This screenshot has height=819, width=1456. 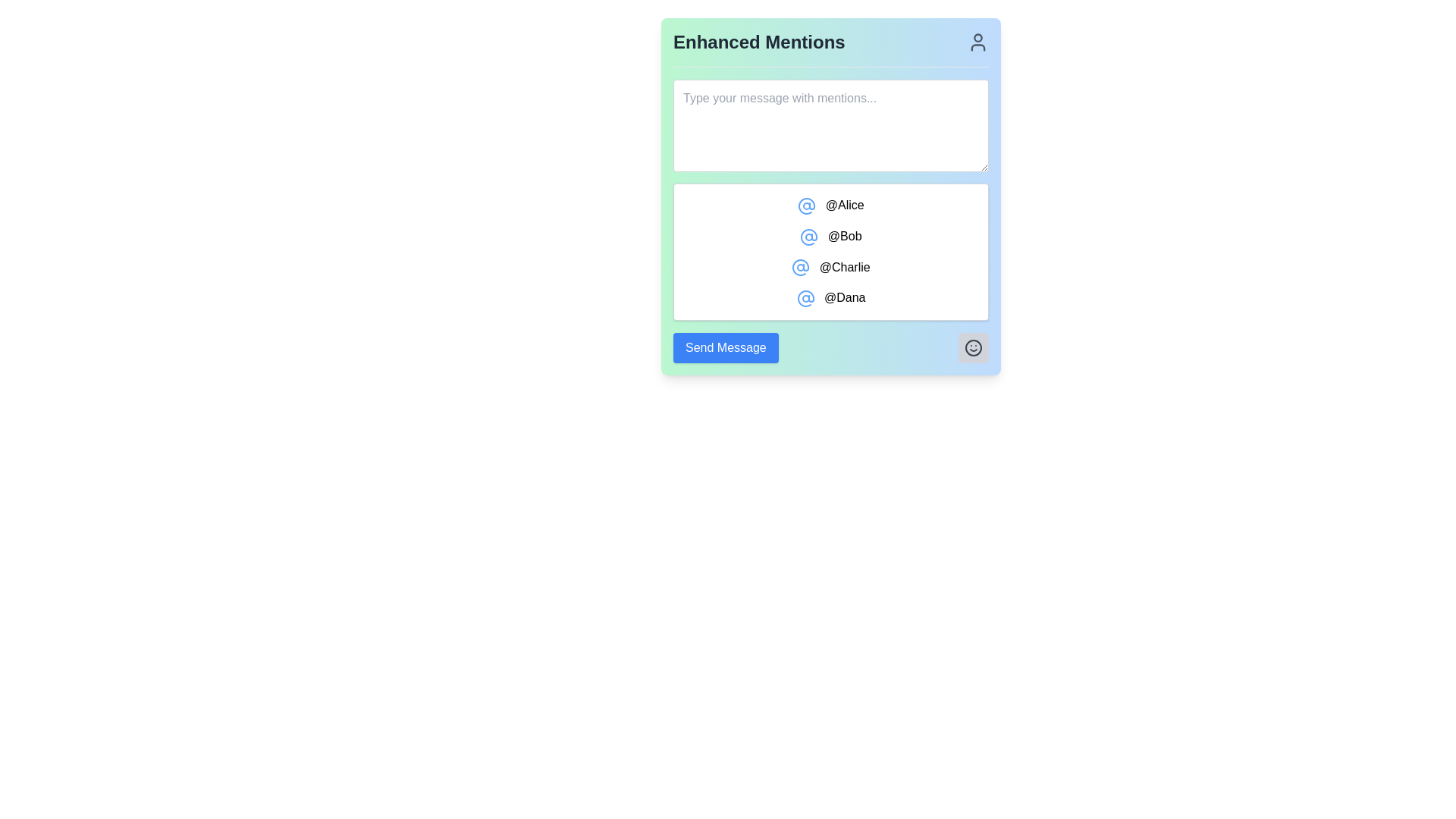 What do you see at coordinates (800, 267) in the screenshot?
I see `the '@' icon representing the username 'Charlie' in the third entry of the 'Enhanced Mentions' panel` at bounding box center [800, 267].